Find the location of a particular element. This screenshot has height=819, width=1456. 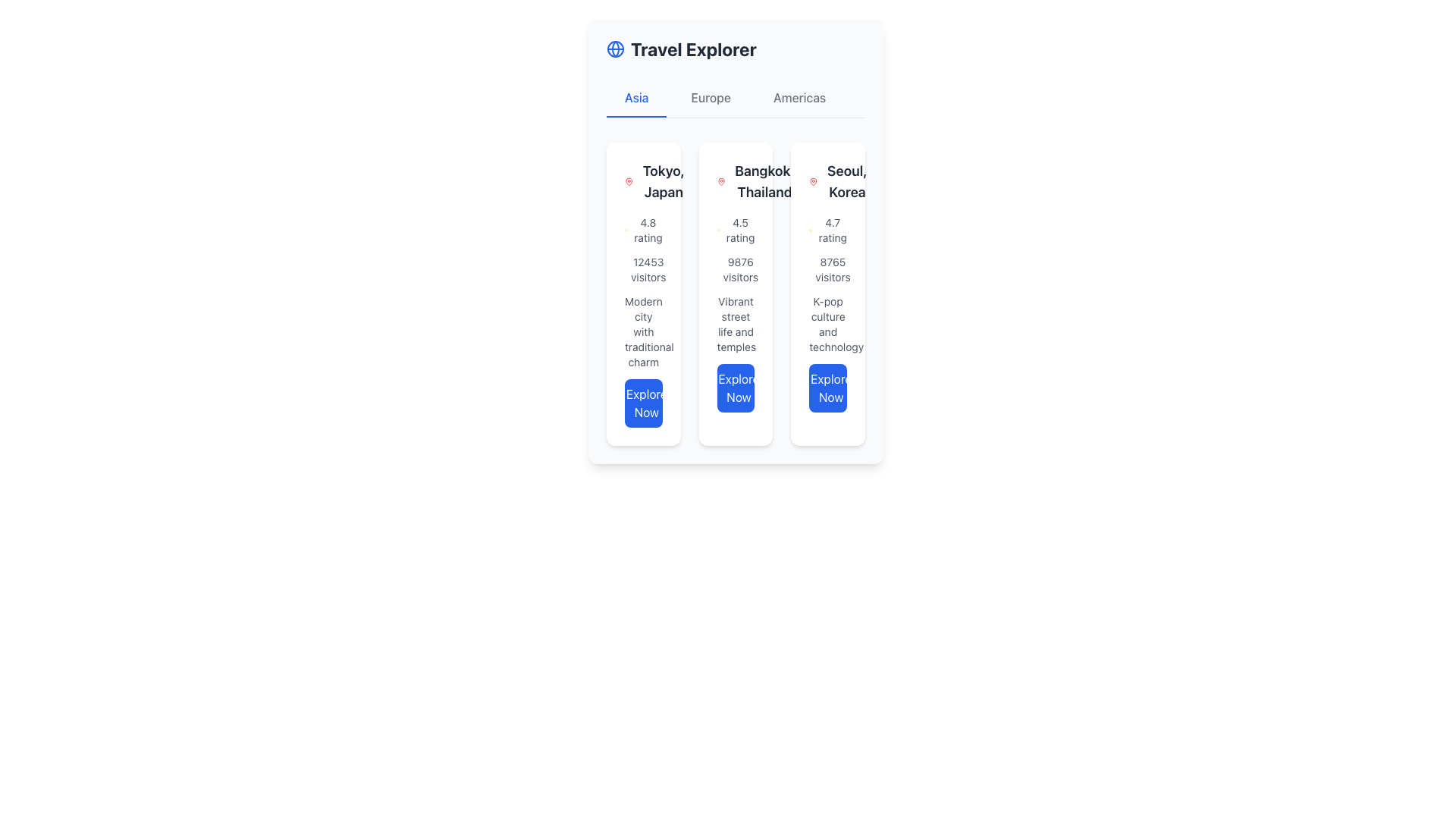

the average user rating text and icon pair located in the first vertical card under the 'Asia' tab, positioned between 'Tokyo, Japan' and '12453 visitors' is located at coordinates (643, 231).